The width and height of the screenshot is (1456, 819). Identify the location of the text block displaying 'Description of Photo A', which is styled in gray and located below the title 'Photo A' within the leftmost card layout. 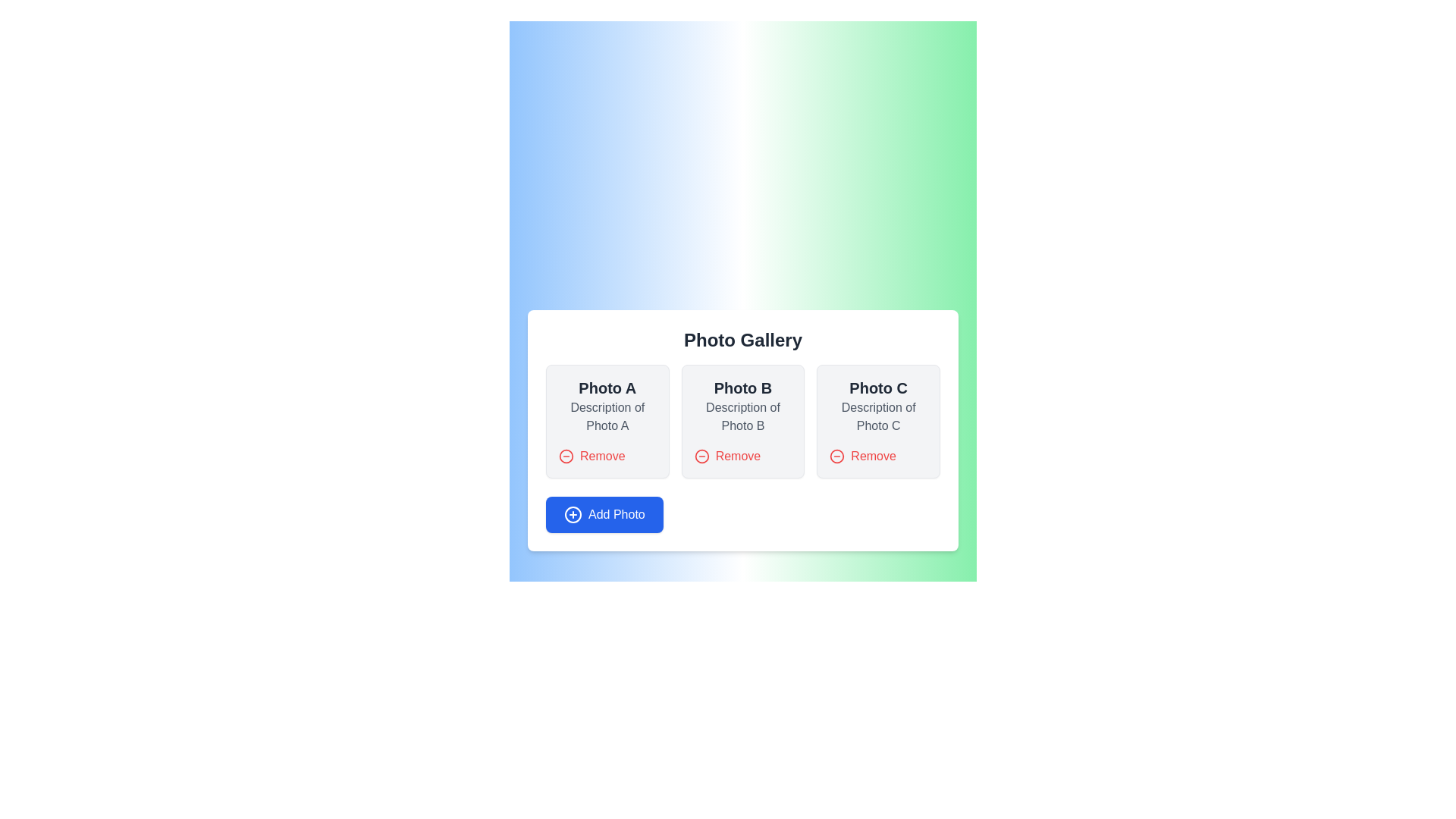
(607, 417).